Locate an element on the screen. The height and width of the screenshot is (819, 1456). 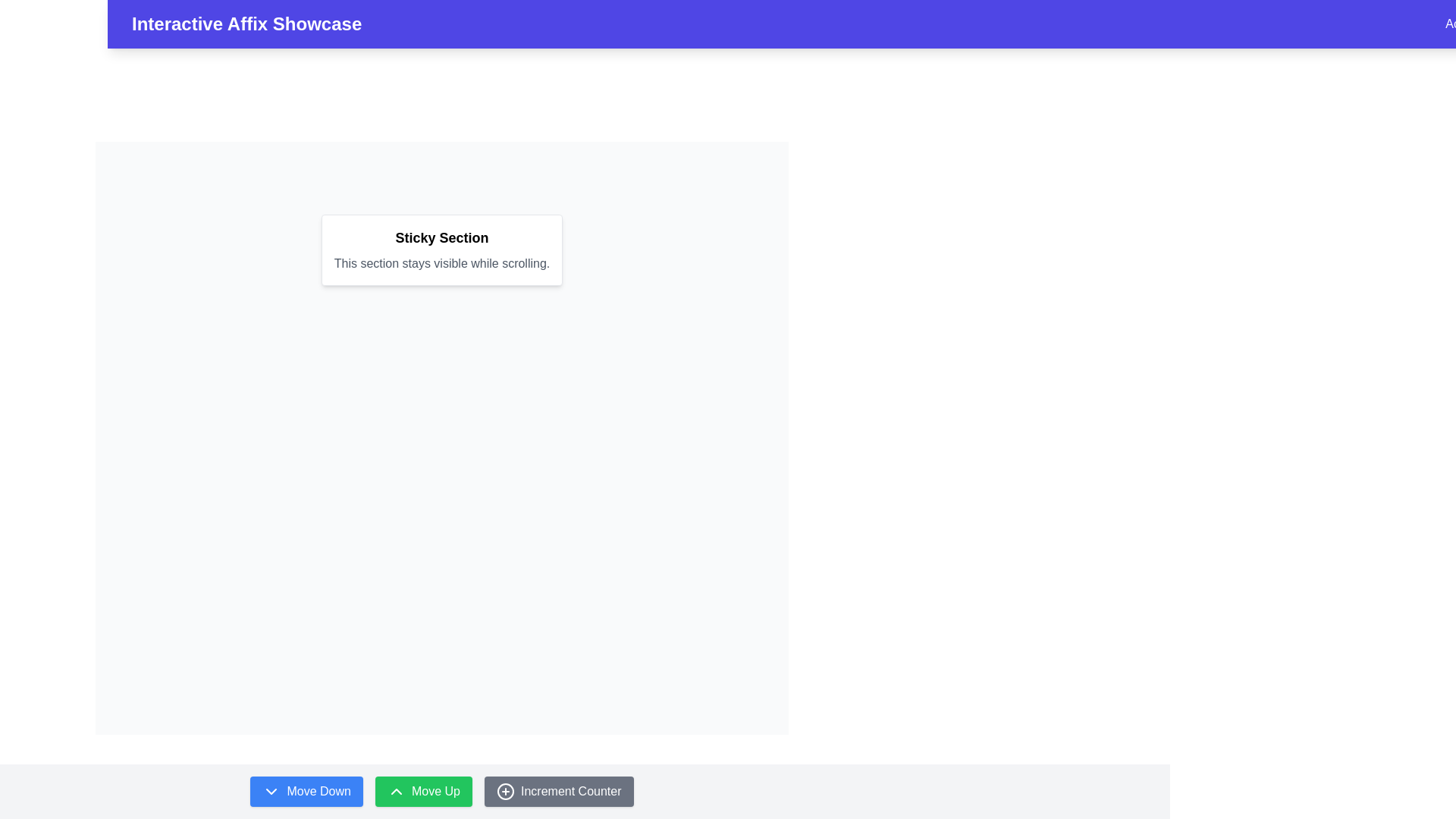
the button located at the bottom-right corner of the interface, adjacent to the 'Increment Counter' button, which contains a plus sign is located at coordinates (506, 791).